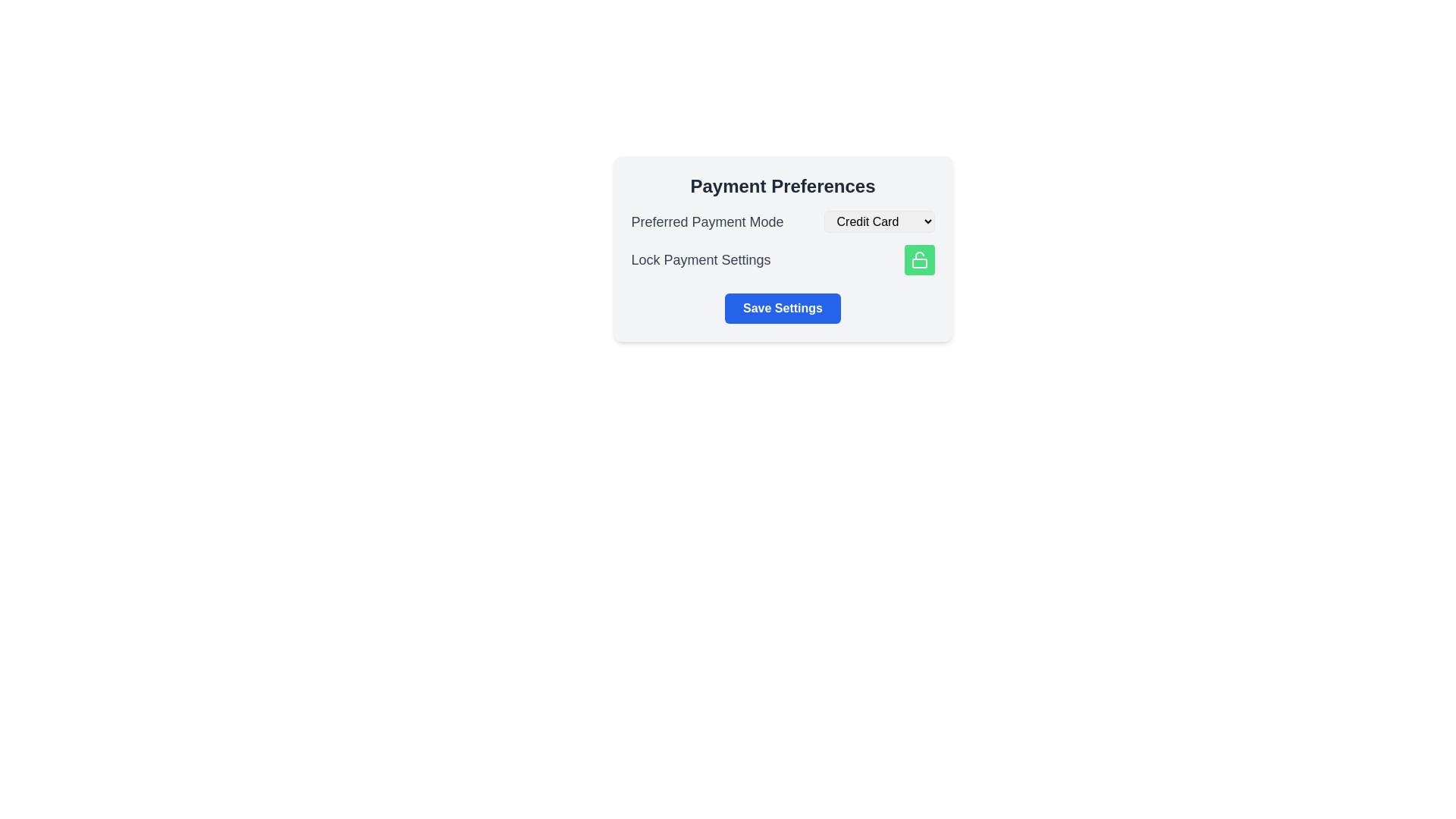  What do you see at coordinates (918, 255) in the screenshot?
I see `the open lock shackle icon located on the right side of the 'Lock Payment Settings' label, which indicates an unlocked state and is found within a button with a green background in the 'Payment Preferences' section` at bounding box center [918, 255].